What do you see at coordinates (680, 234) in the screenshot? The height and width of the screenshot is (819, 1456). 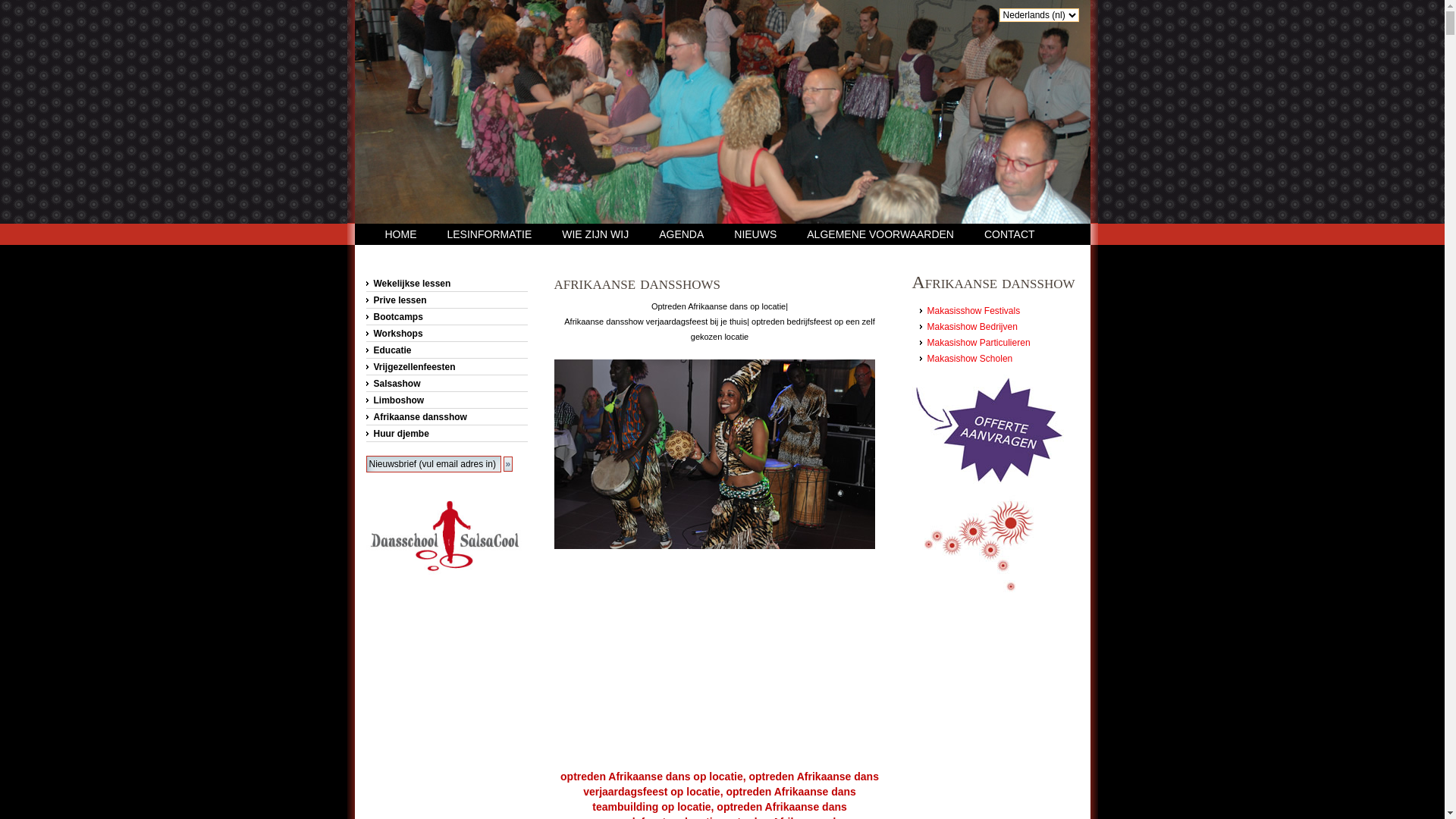 I see `'AGENDA'` at bounding box center [680, 234].